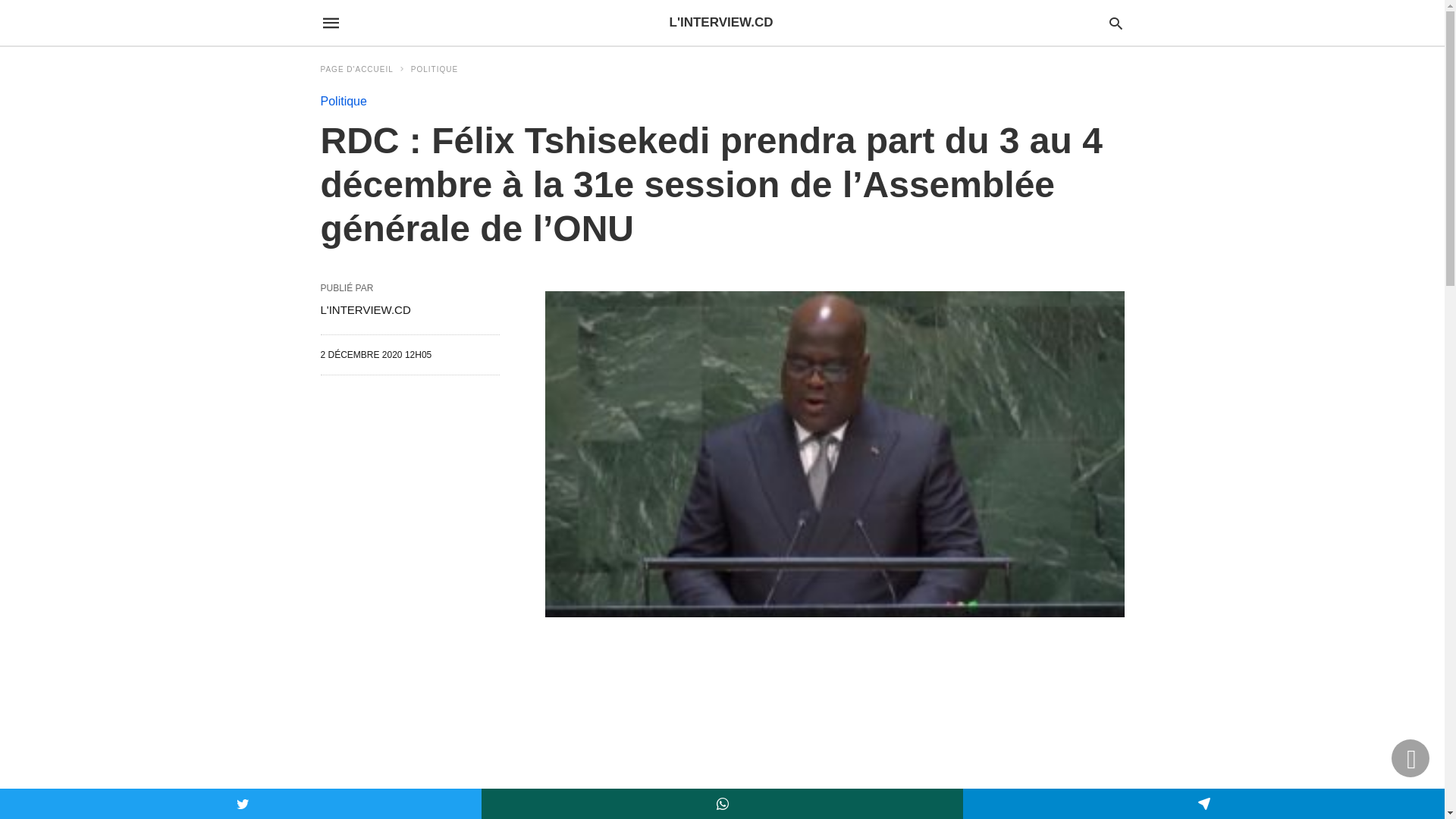 This screenshot has height=819, width=1456. I want to click on 'Politique', so click(342, 101).